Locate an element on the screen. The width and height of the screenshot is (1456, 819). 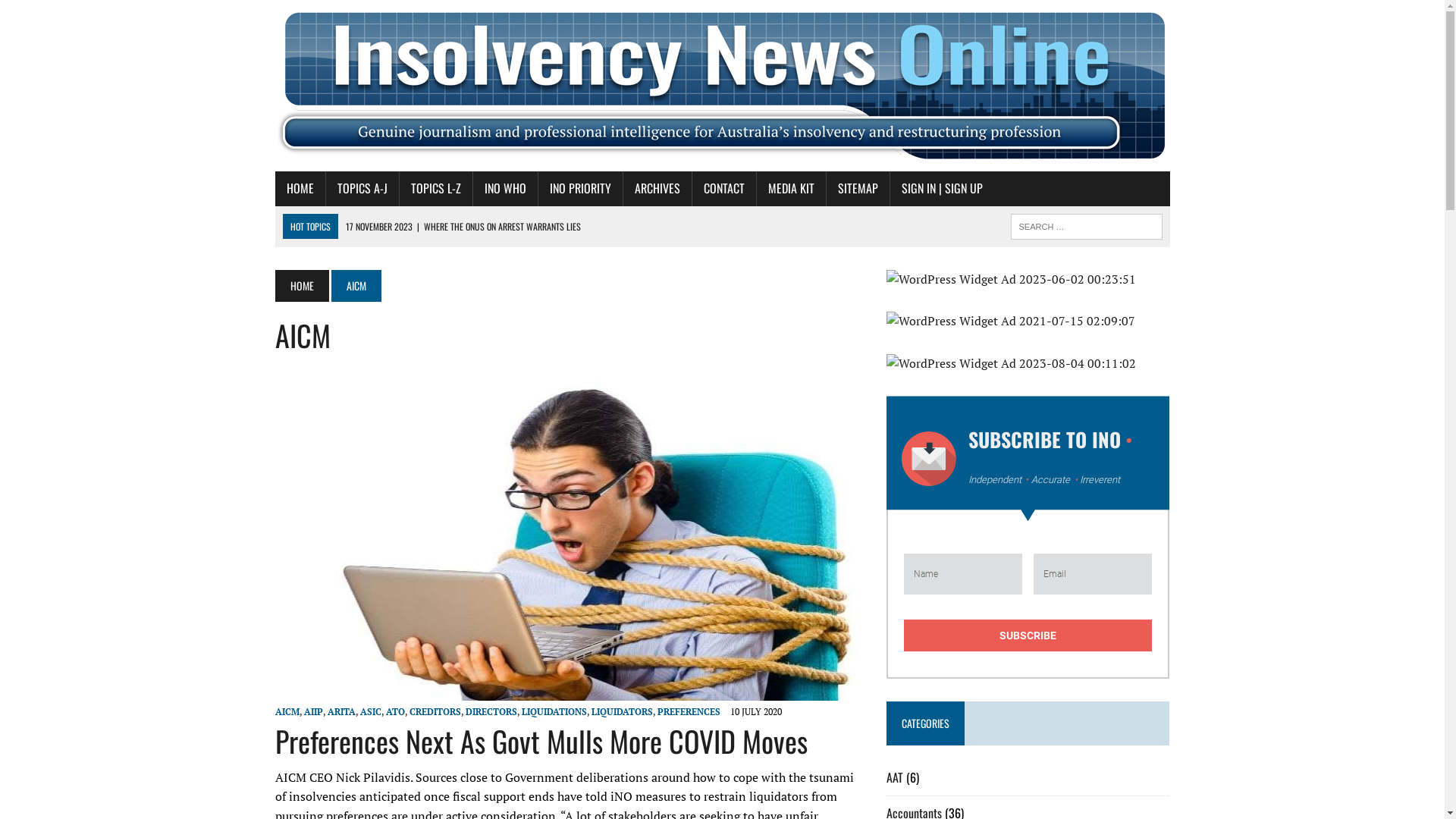
'PREFERENCES' is located at coordinates (687, 711).